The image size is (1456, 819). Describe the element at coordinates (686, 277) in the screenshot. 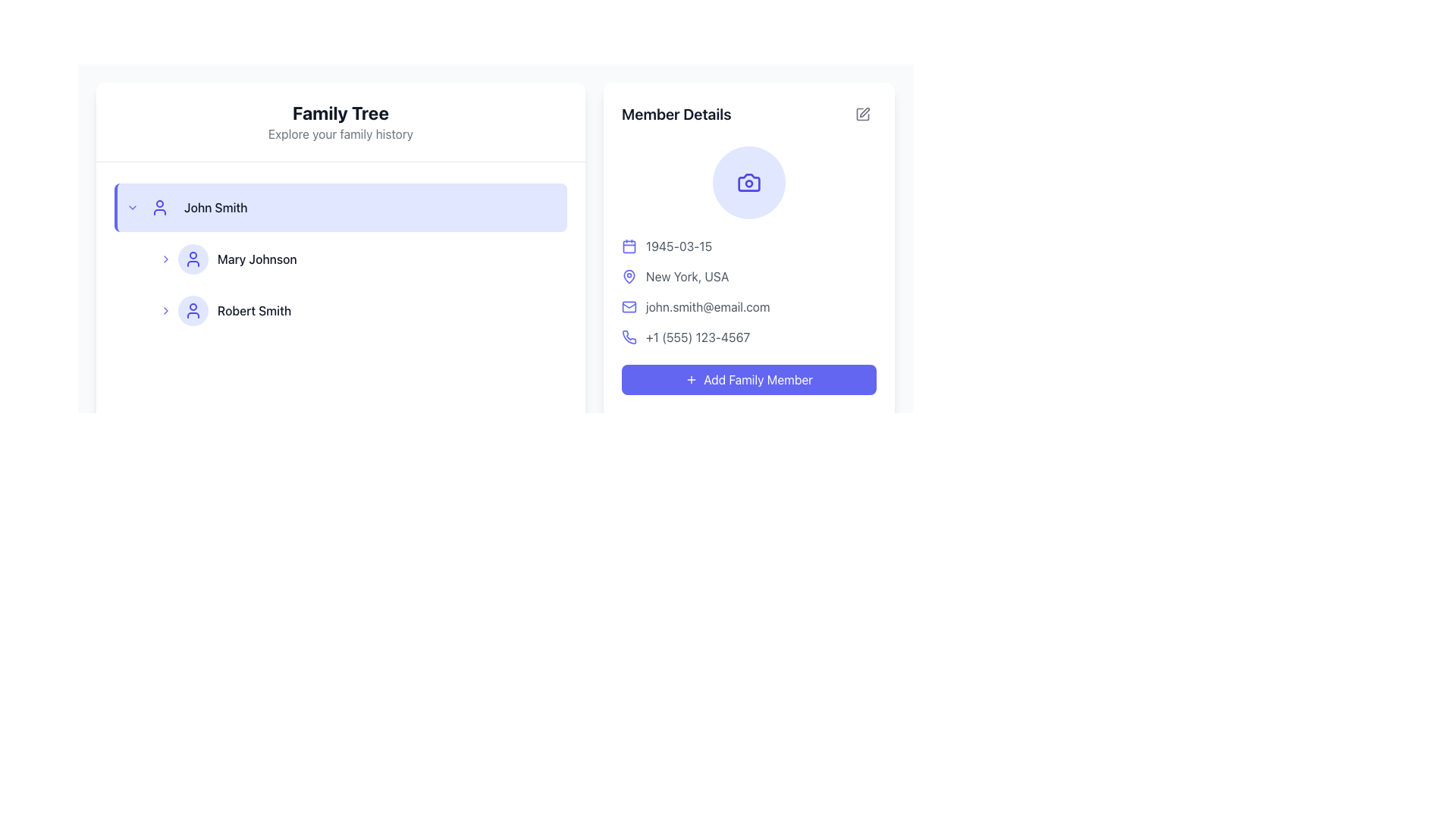

I see `the Text label displaying the location 'New York, USA' in the 'Member Details' section, which is located under the map pin icon and above the email information line` at that location.